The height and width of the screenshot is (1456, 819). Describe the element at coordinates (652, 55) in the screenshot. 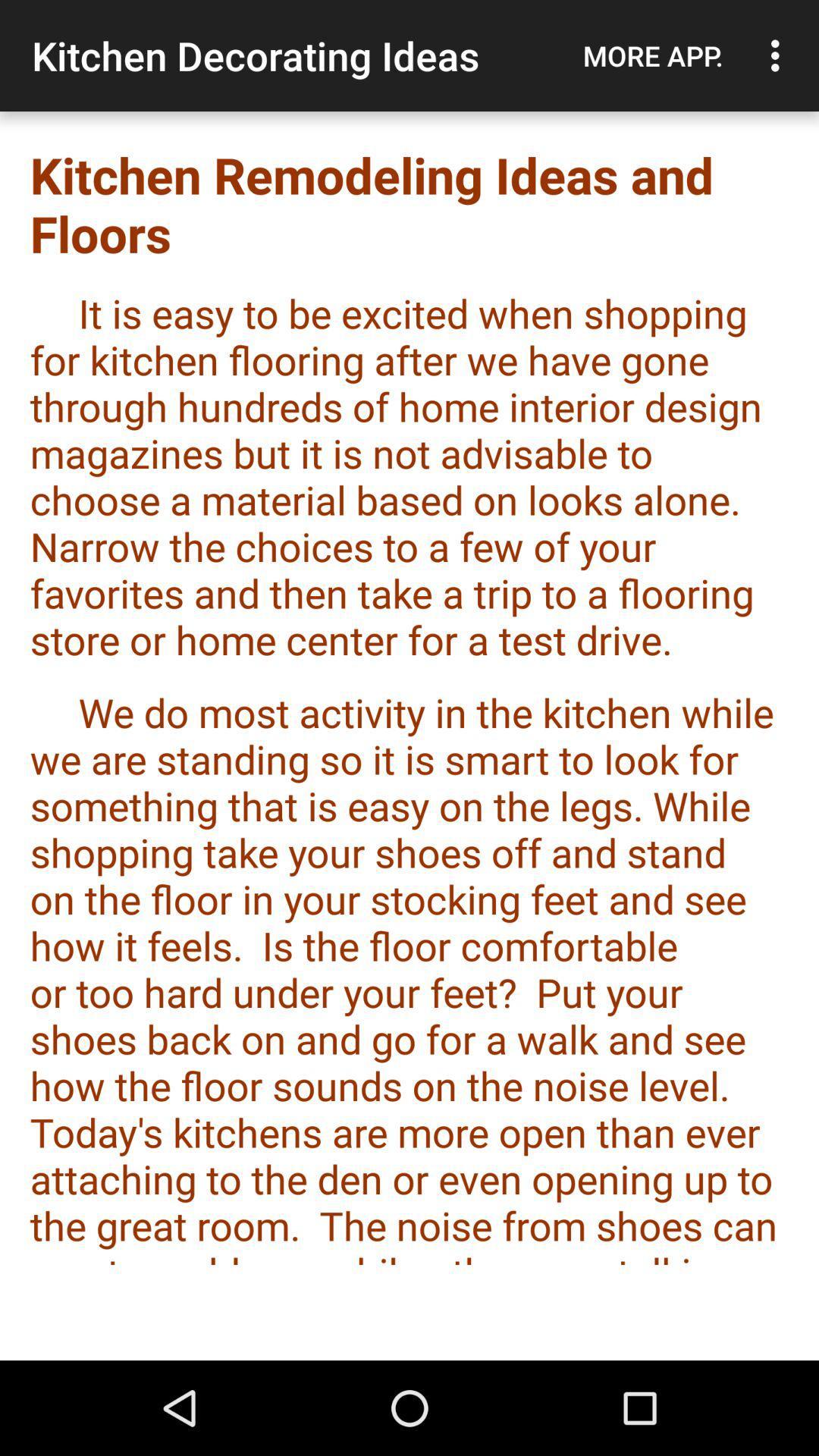

I see `the icon next to kitchen decorating ideas icon` at that location.